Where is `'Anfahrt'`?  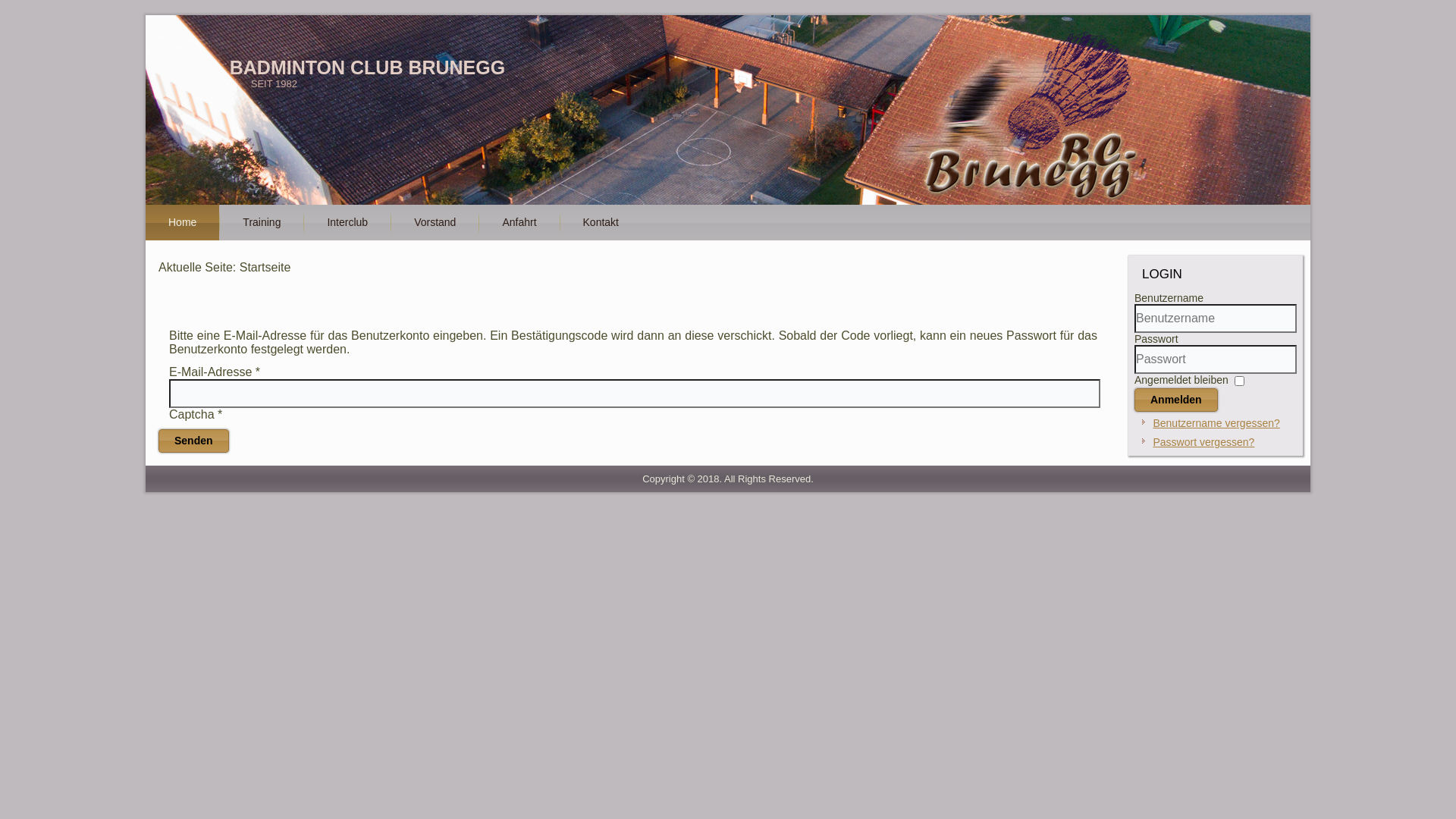 'Anfahrt' is located at coordinates (519, 222).